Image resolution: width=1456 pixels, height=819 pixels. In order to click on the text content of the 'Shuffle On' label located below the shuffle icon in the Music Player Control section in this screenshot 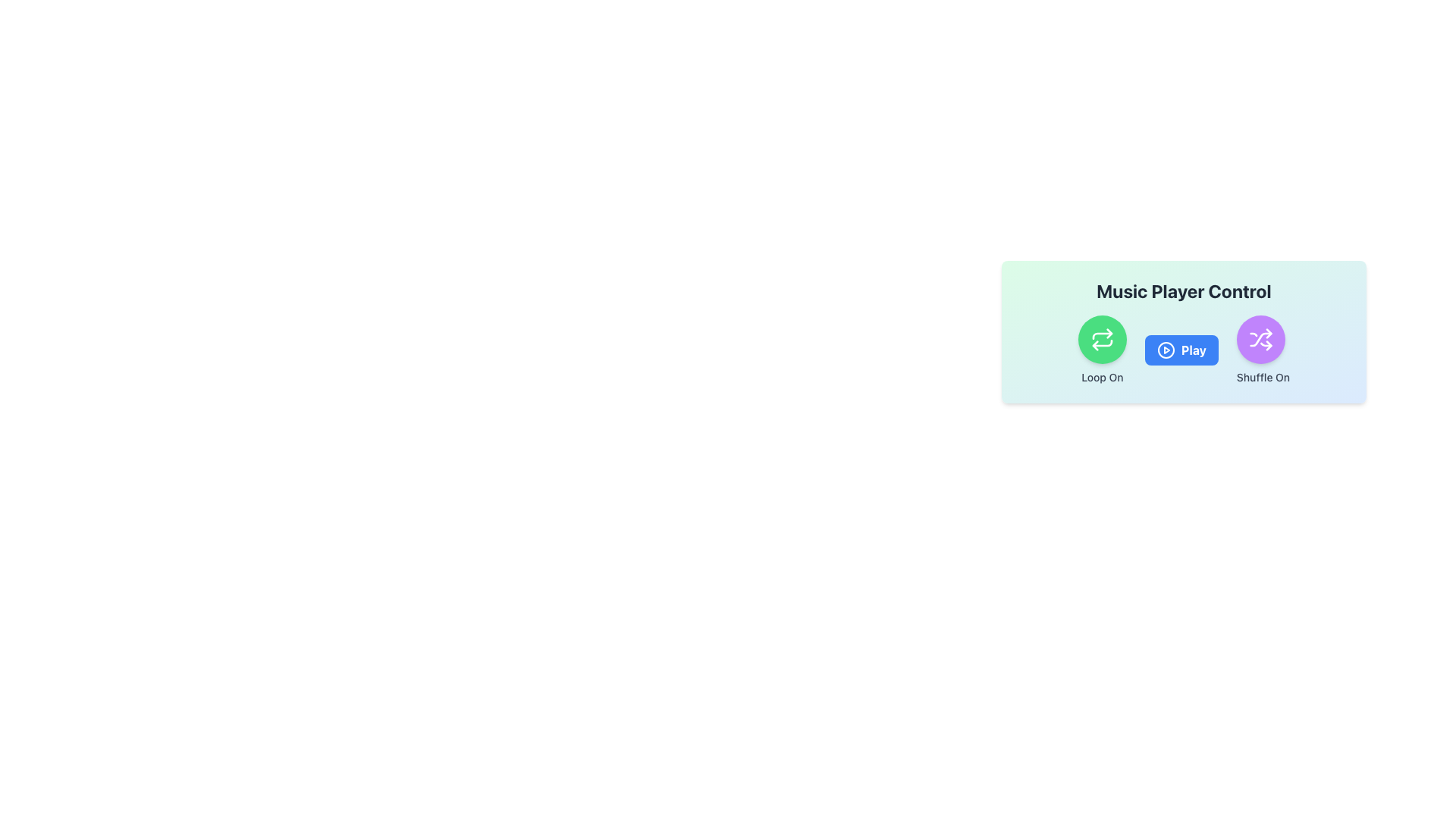, I will do `click(1263, 376)`.